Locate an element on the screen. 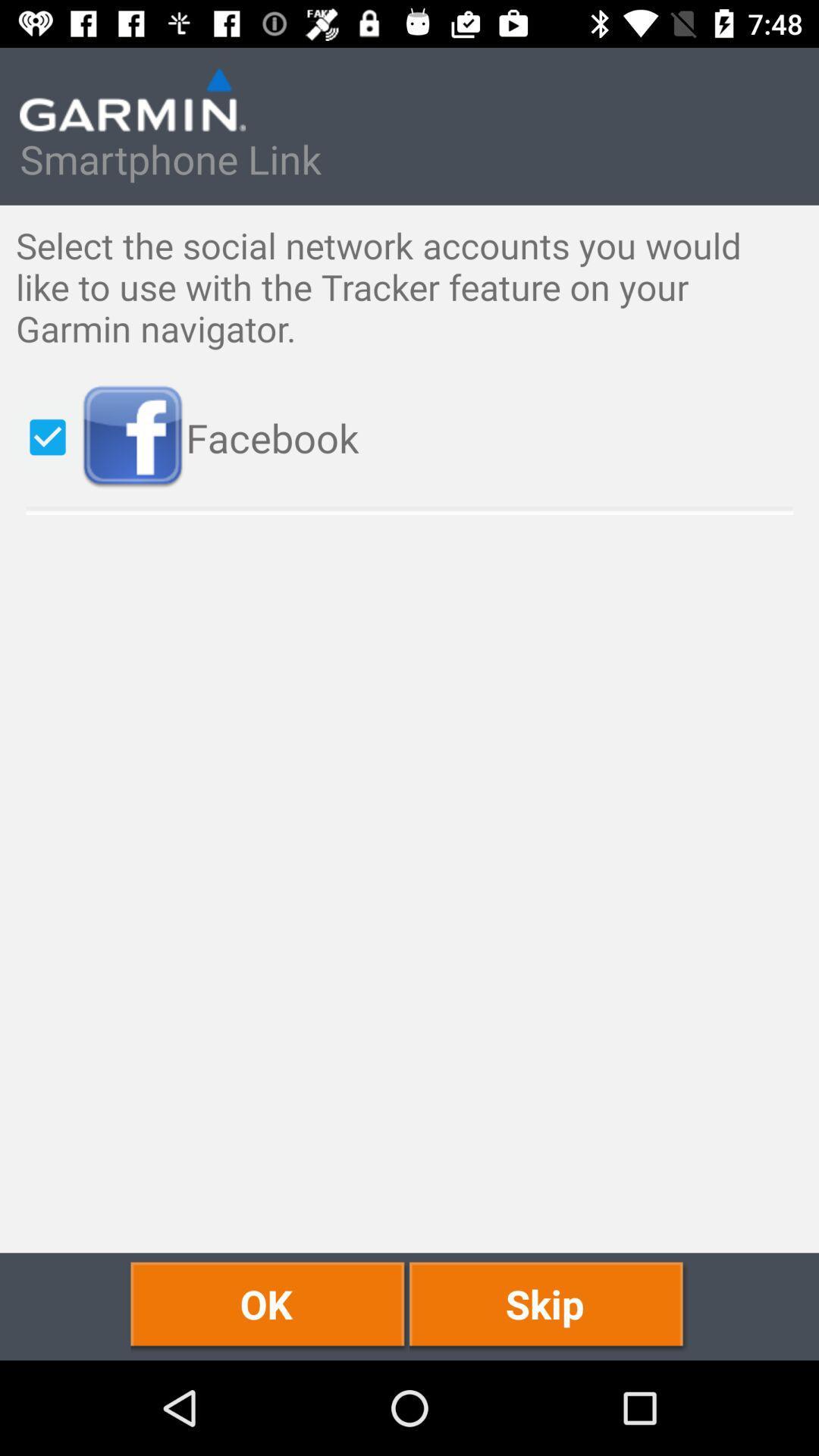 Image resolution: width=819 pixels, height=1456 pixels. ok item is located at coordinates (269, 1306).